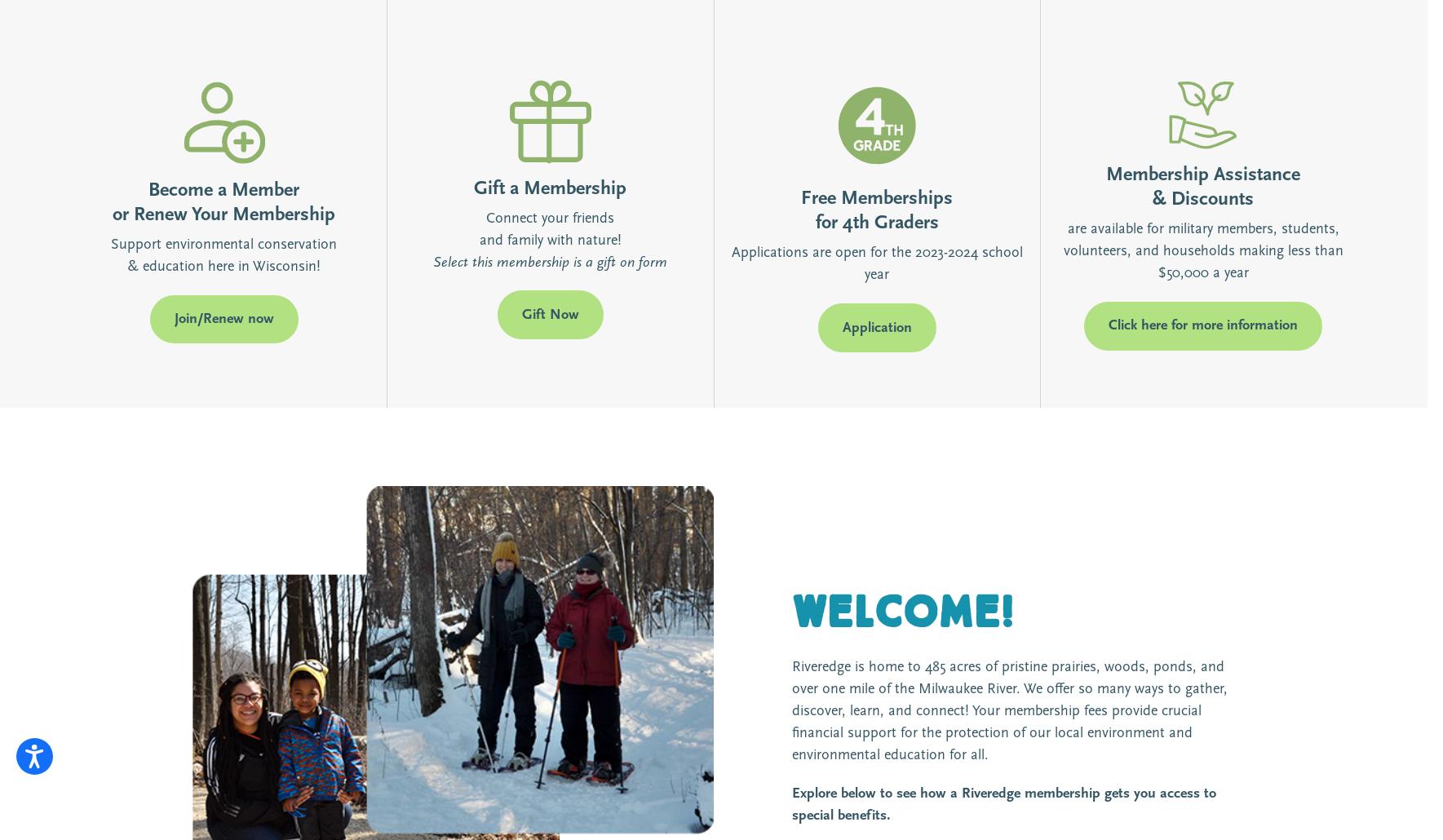 Image resolution: width=1443 pixels, height=840 pixels. I want to click on 'Select this membership is a gift on form', so click(432, 261).